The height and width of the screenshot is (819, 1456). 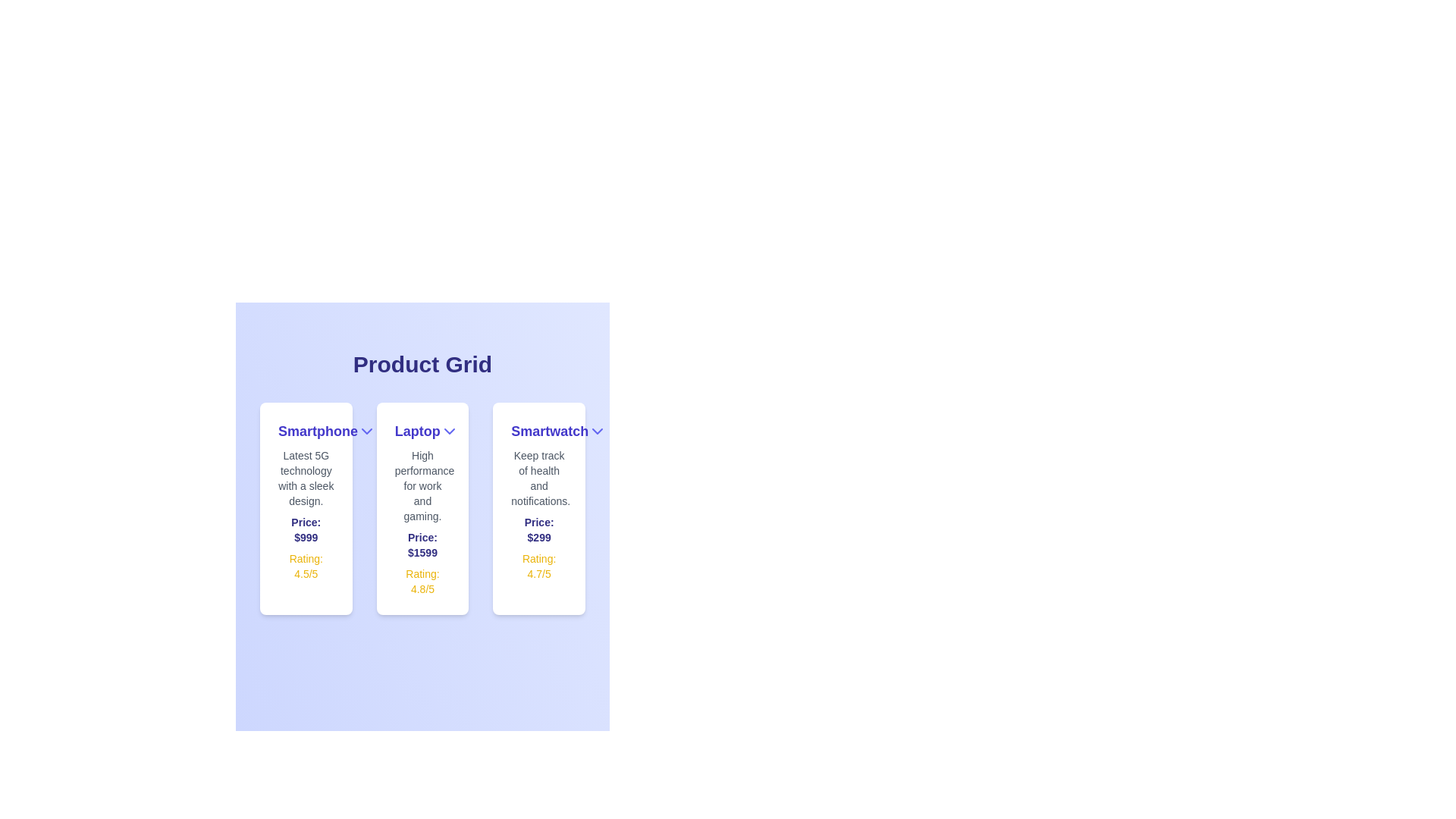 I want to click on the downward-facing chevron-shaped dropdown toggle icon, styled in navy blue, located immediately to the right of the 'Smartphone' label in the first card of the product grid, so click(x=367, y=431).